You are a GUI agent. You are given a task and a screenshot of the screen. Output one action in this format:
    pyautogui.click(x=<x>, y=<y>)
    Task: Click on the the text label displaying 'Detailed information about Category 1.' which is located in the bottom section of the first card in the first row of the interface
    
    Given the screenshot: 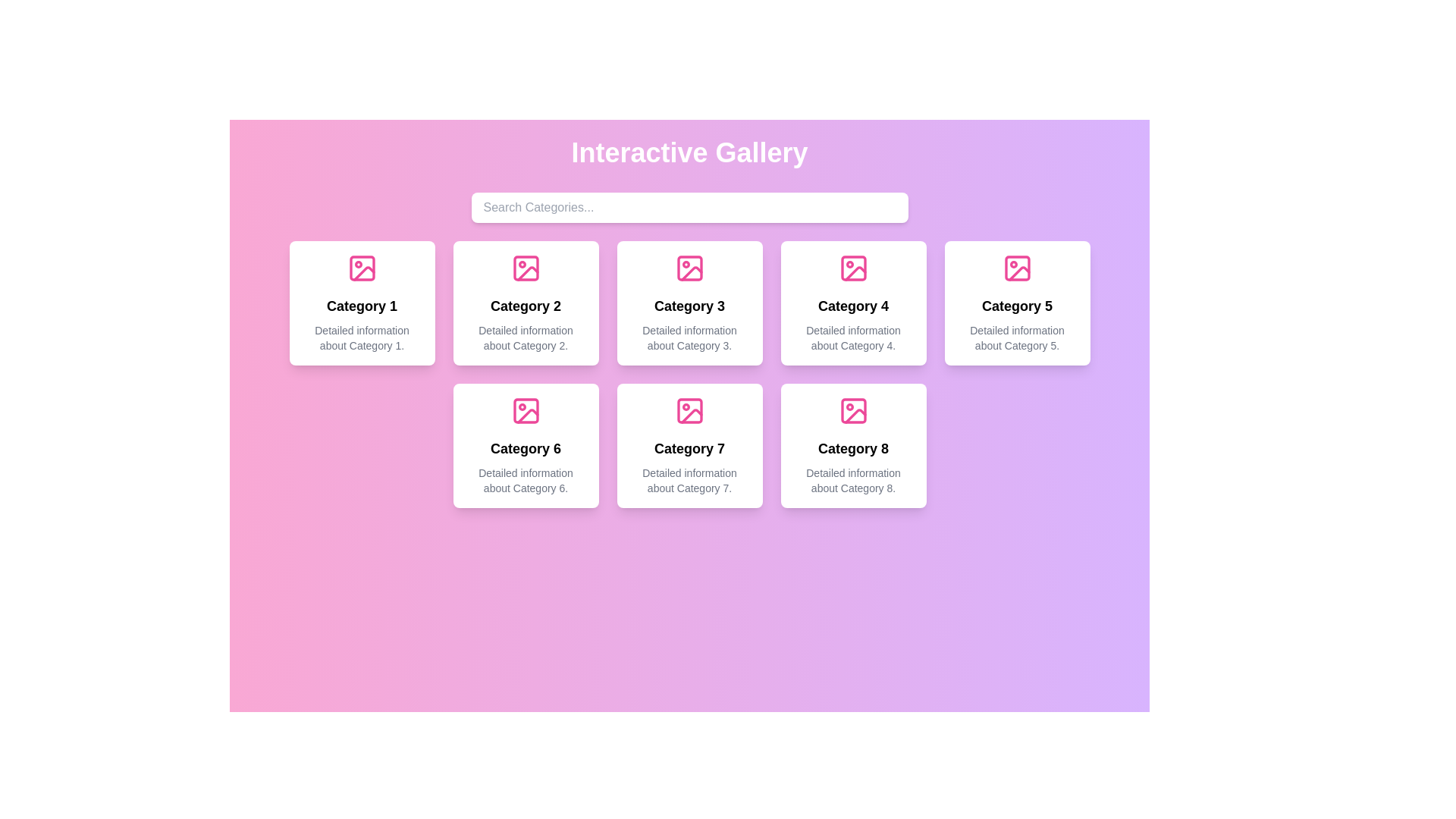 What is the action you would take?
    pyautogui.click(x=361, y=337)
    